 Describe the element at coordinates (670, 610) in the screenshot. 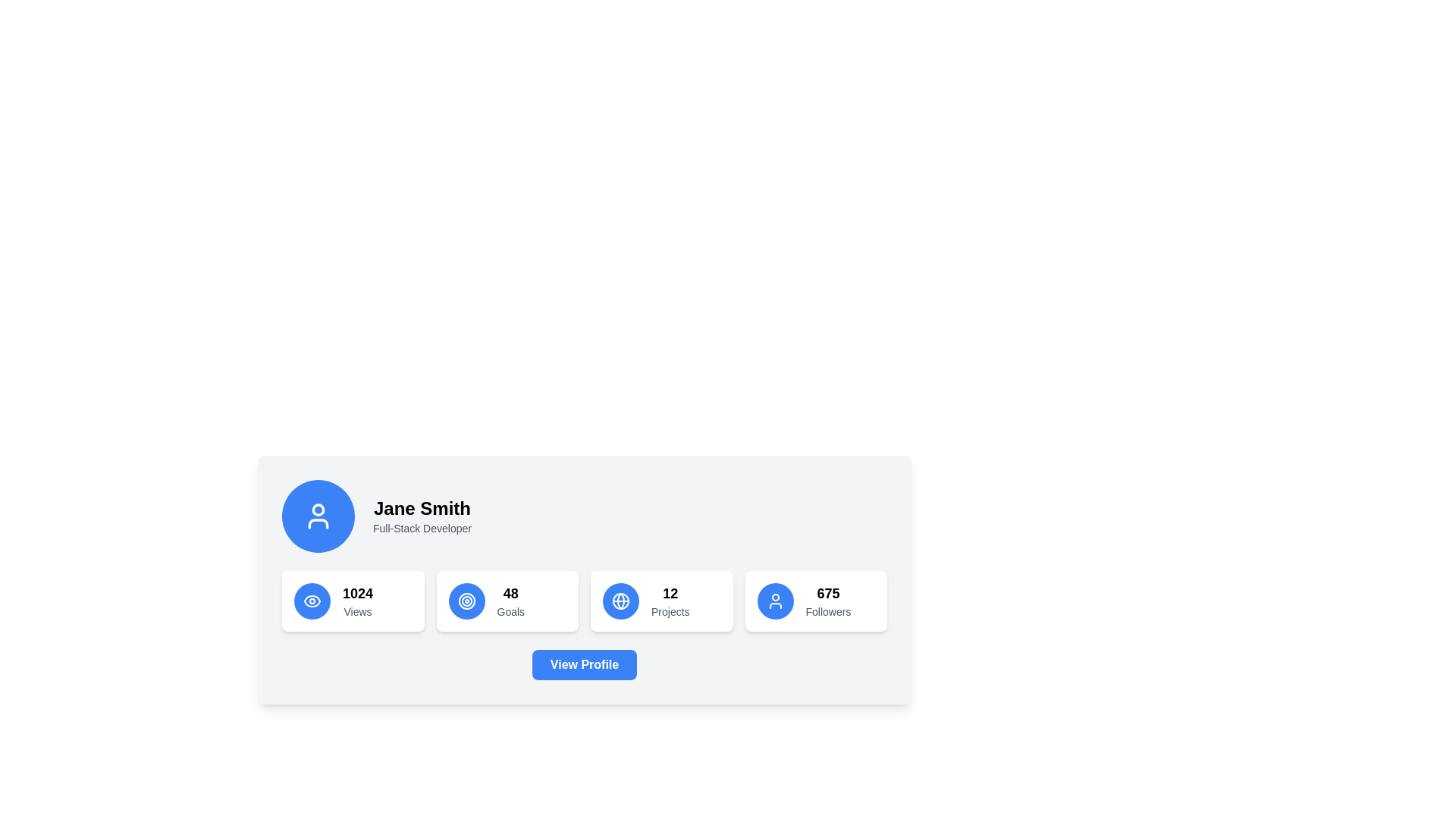

I see `the text label indicating the number of 'Projects' associated with the profile, positioned below the number '12' in the statistics section` at that location.